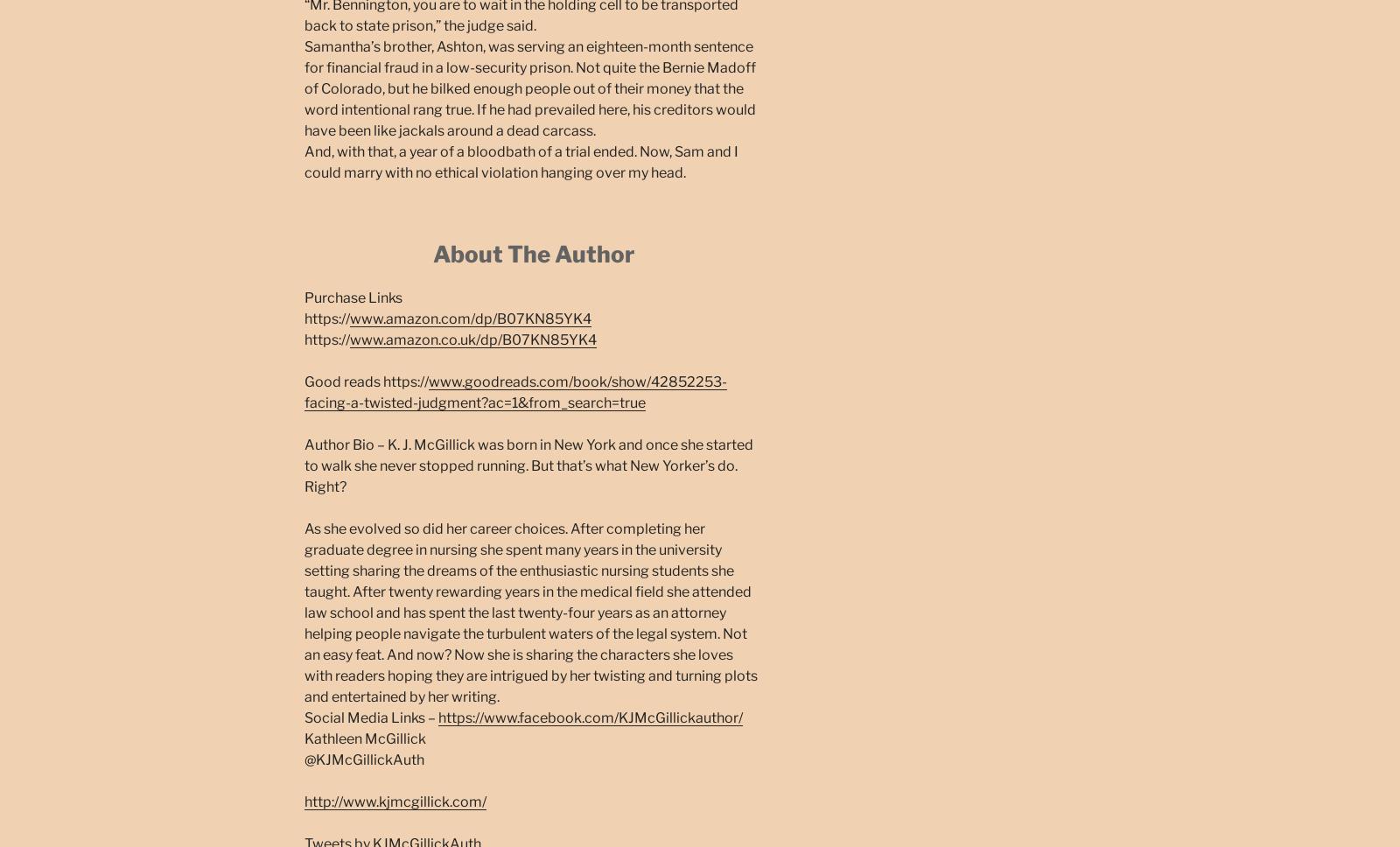 The image size is (1400, 847). Describe the element at coordinates (304, 464) in the screenshot. I see `'Author Bio – K. J. McGillick was born in New York and once she started to walk she never stopped running. But that’s what New Yorker’s do. Right?'` at that location.